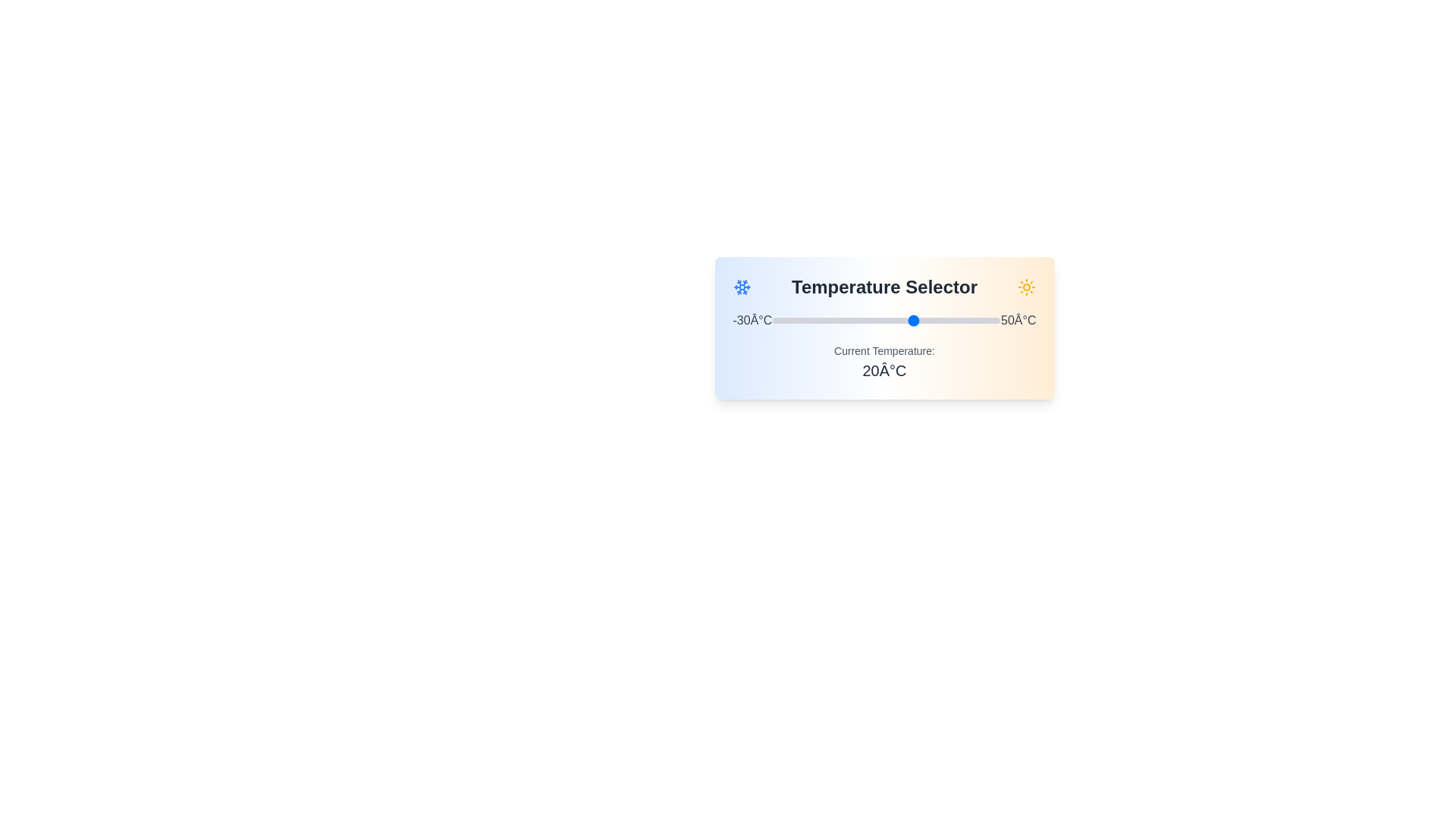  What do you see at coordinates (742, 287) in the screenshot?
I see `the snowflake icon, which is represented with blue strokes and rounded edges, located to the left of the 'Temperature Selector' title` at bounding box center [742, 287].